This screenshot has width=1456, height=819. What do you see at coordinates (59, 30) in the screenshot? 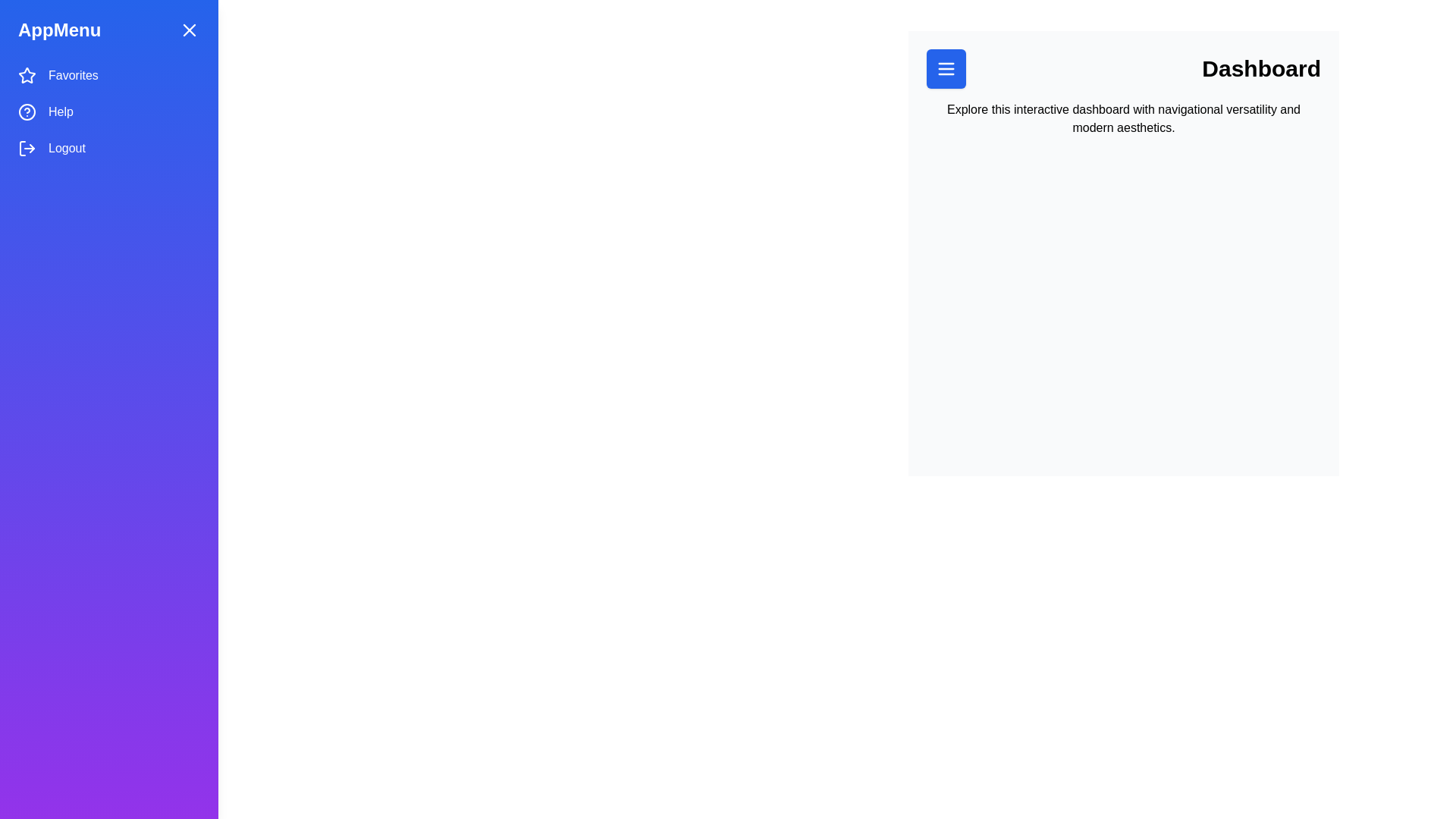
I see `the 'AppMenu' text label, which is a bold, prominently sized label located at the top left corner of a sidebar with a gradient blue background` at bounding box center [59, 30].